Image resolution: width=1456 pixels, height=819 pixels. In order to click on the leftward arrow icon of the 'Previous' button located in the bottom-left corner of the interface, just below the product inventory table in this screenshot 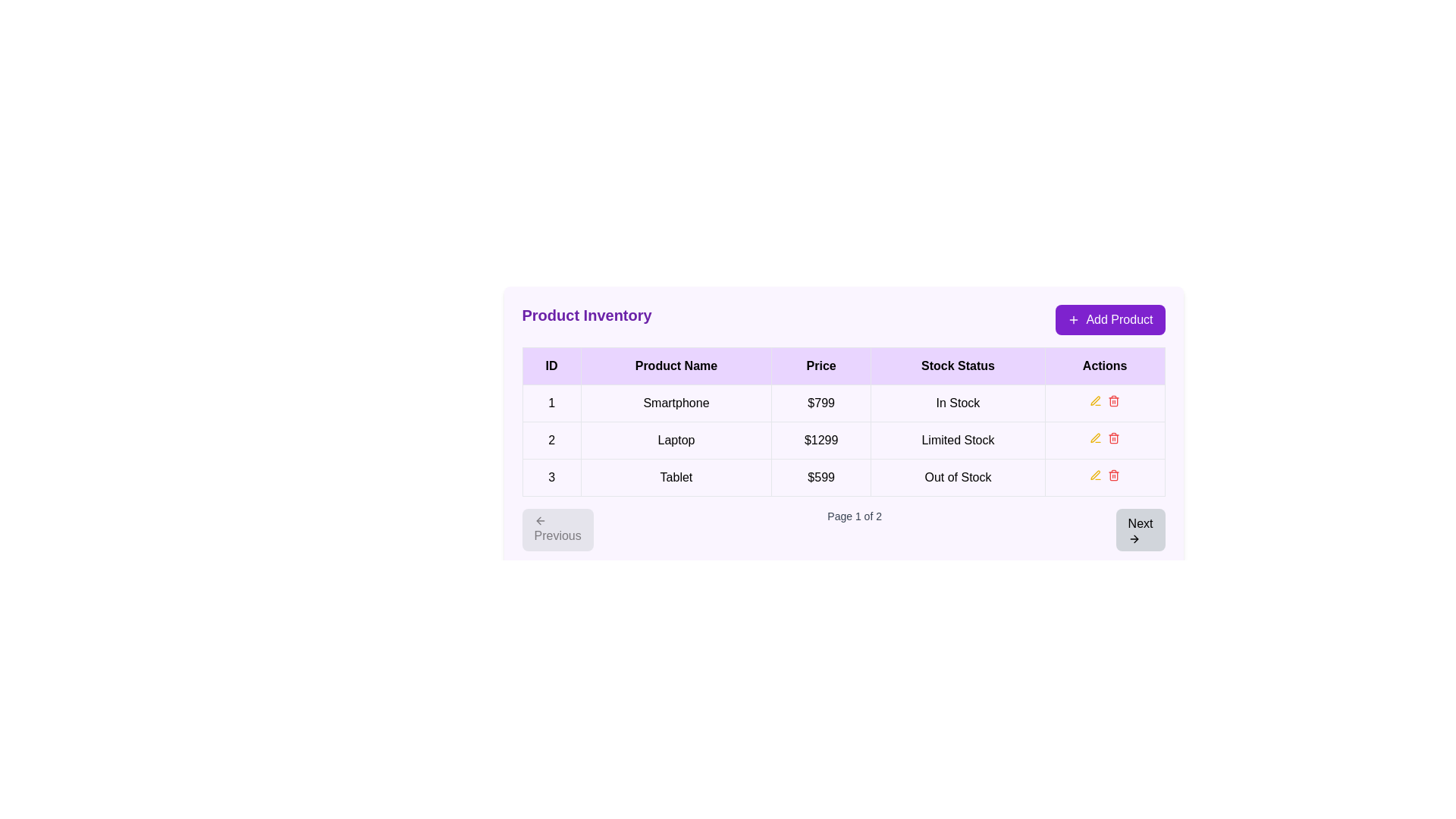, I will do `click(540, 519)`.